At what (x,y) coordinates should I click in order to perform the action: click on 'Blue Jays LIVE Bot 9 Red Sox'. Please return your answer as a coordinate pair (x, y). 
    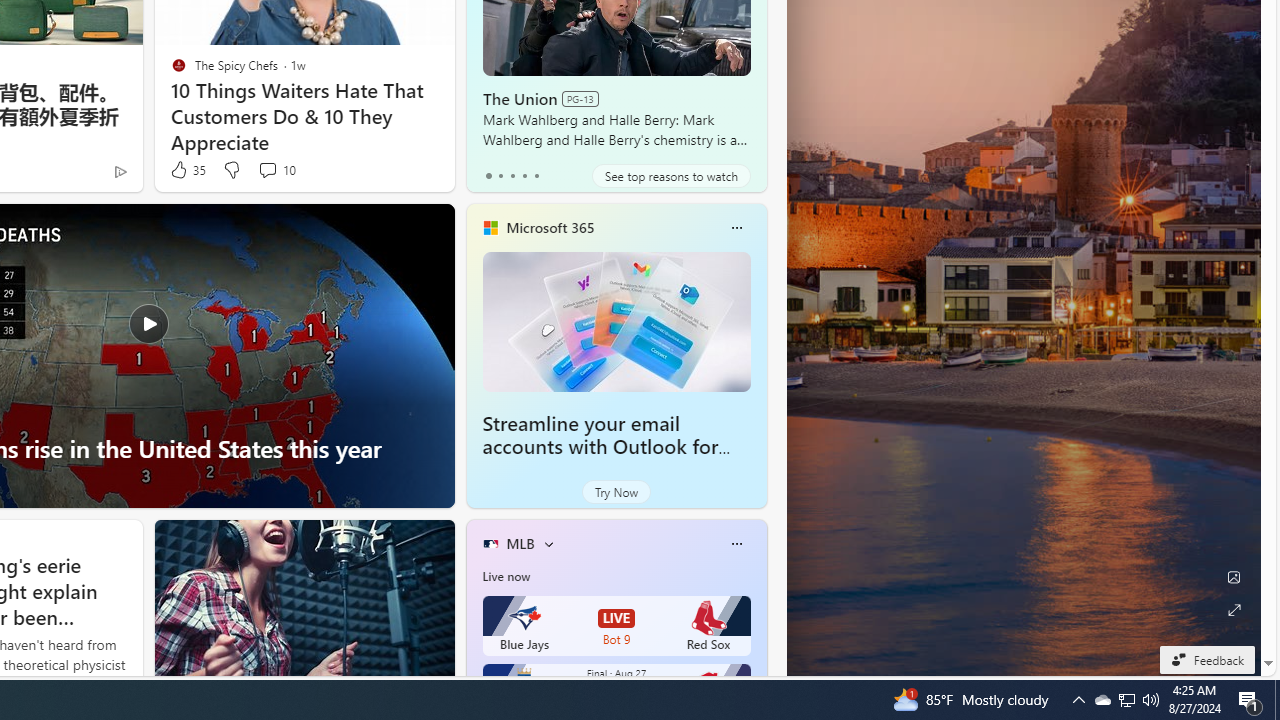
    Looking at the image, I should click on (615, 625).